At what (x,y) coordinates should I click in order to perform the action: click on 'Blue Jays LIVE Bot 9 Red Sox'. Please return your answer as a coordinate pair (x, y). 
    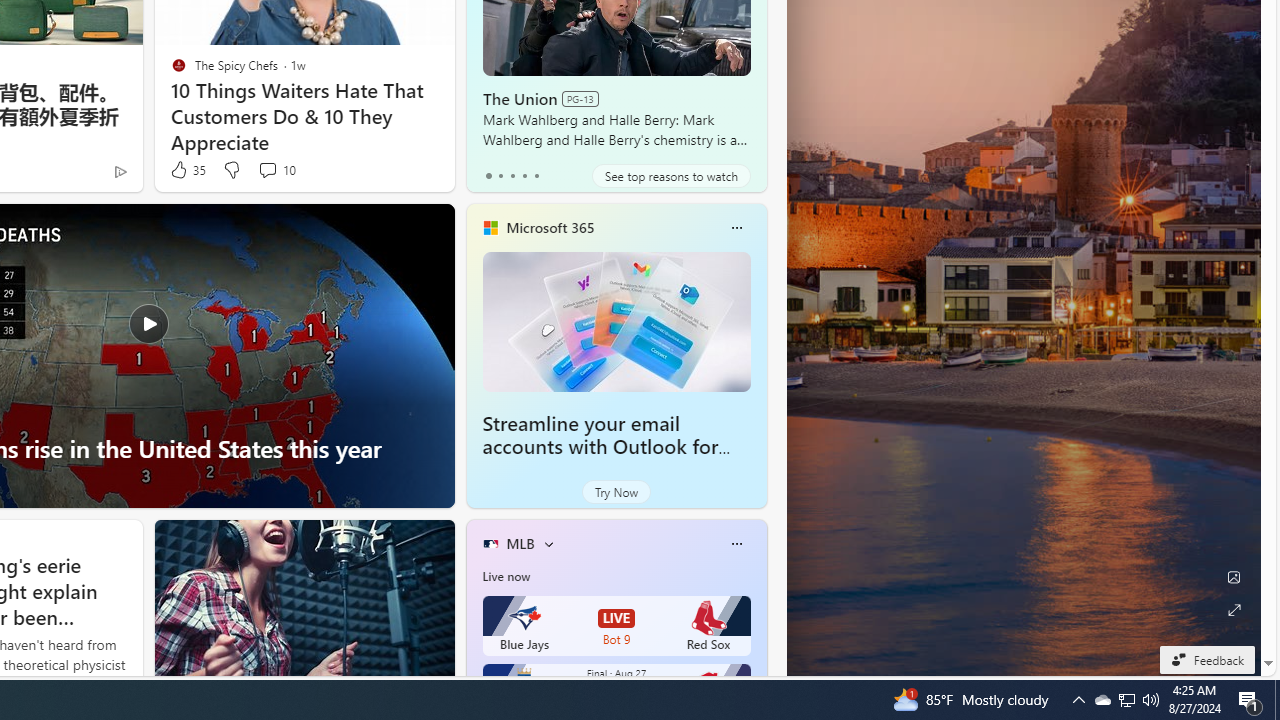
    Looking at the image, I should click on (615, 625).